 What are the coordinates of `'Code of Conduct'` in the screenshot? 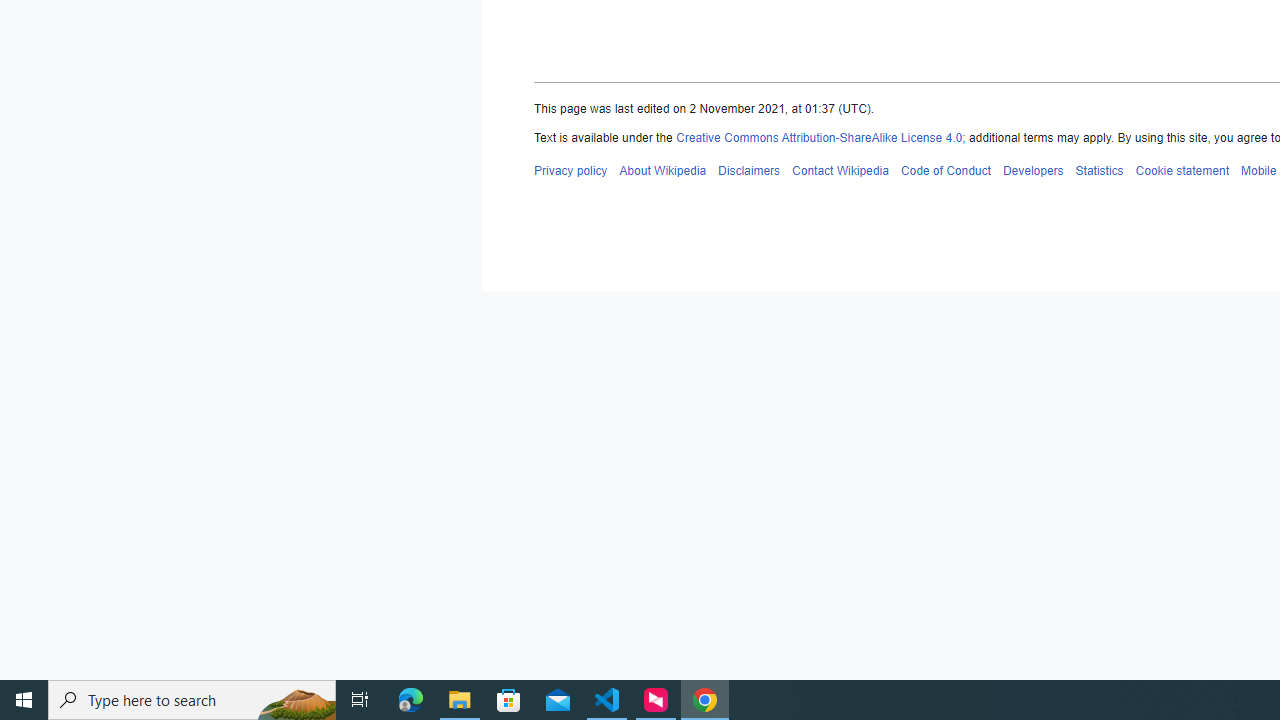 It's located at (944, 169).